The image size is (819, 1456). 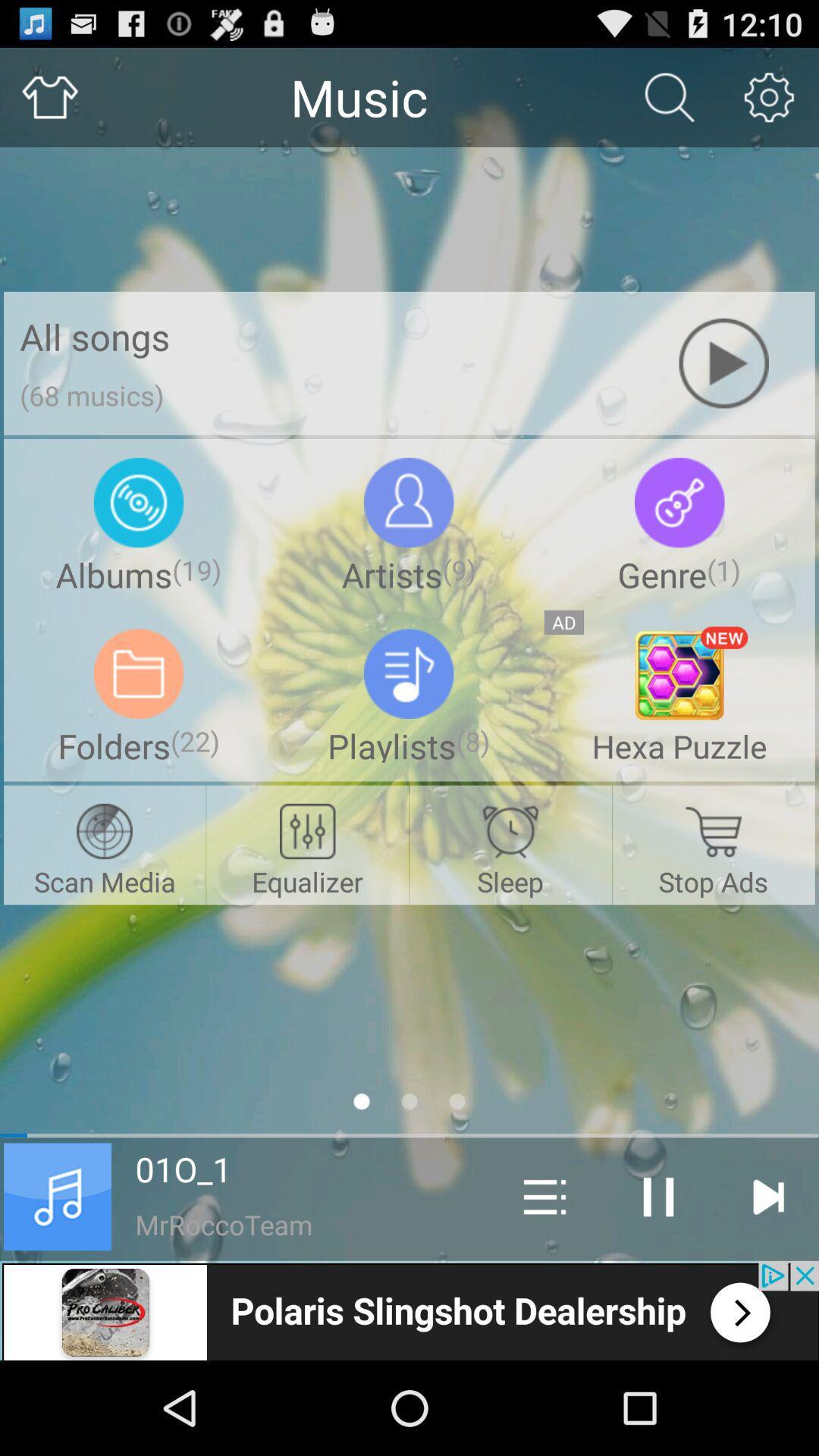 What do you see at coordinates (767, 1280) in the screenshot?
I see `the skip_next icon` at bounding box center [767, 1280].